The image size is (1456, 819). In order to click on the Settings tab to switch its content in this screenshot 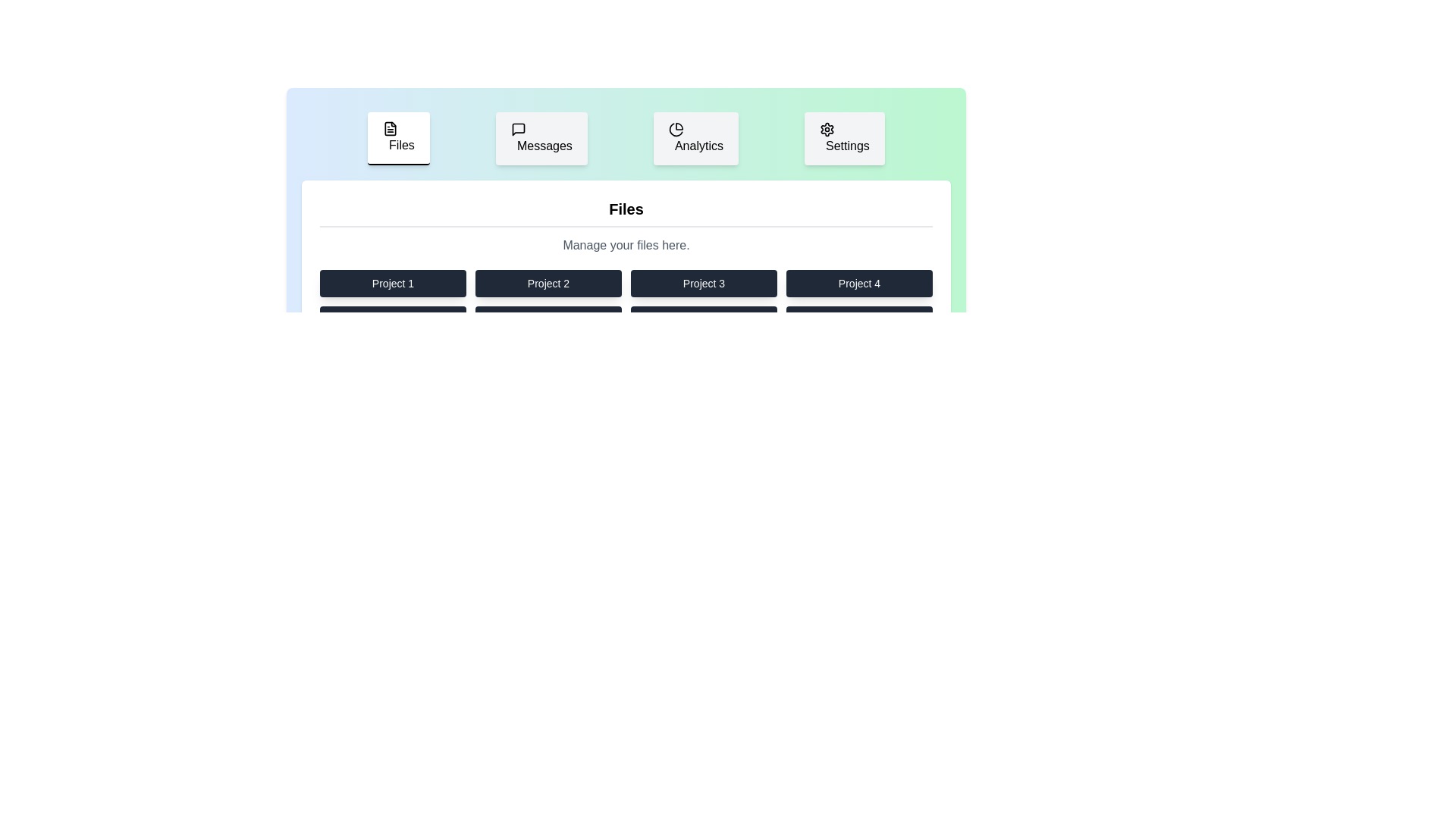, I will do `click(843, 138)`.